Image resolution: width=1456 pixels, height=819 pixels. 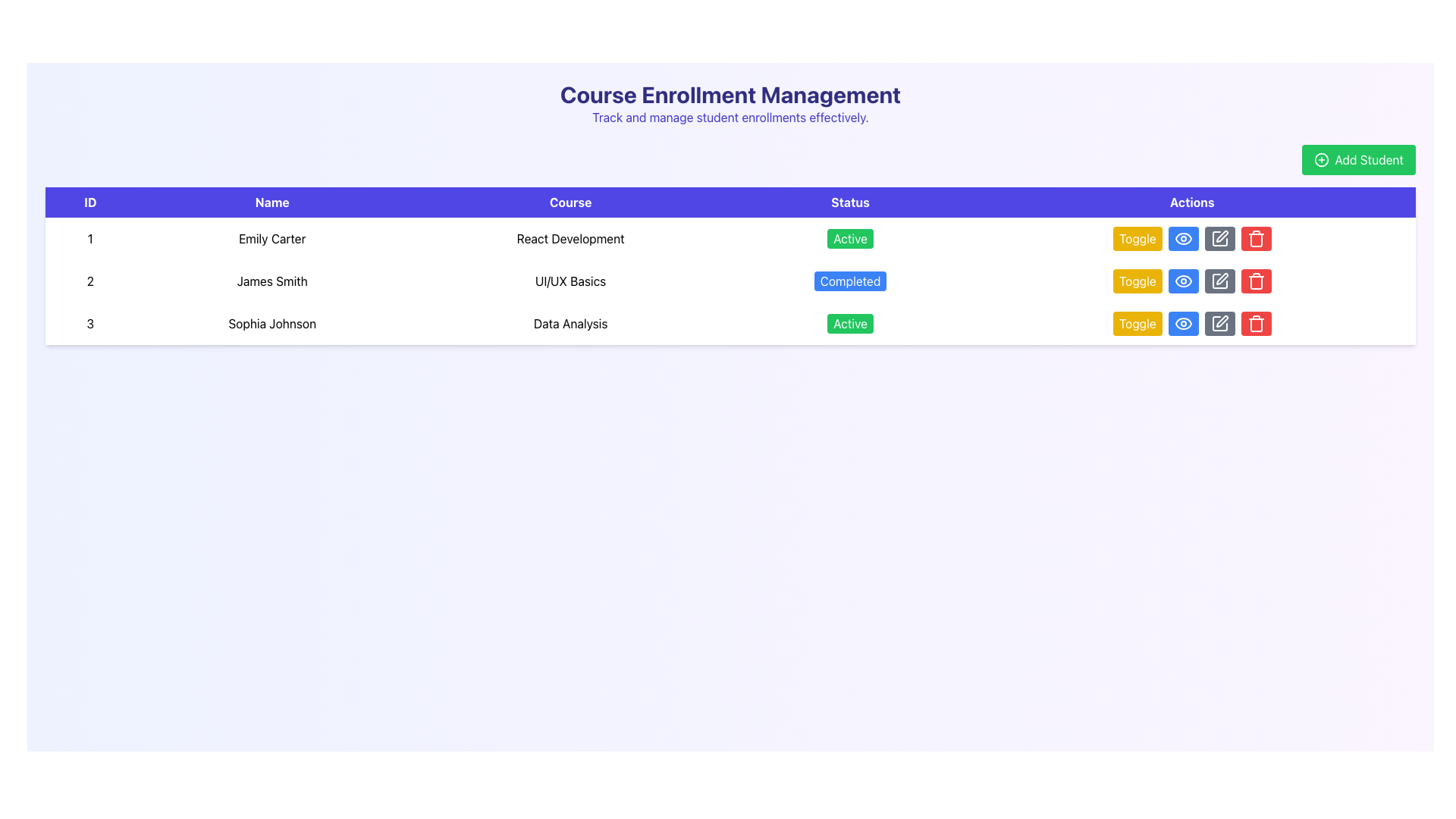 What do you see at coordinates (1219, 323) in the screenshot?
I see `the edit button in the 'Actions' column of the table corresponding to 'Sophia Johnson'` at bounding box center [1219, 323].